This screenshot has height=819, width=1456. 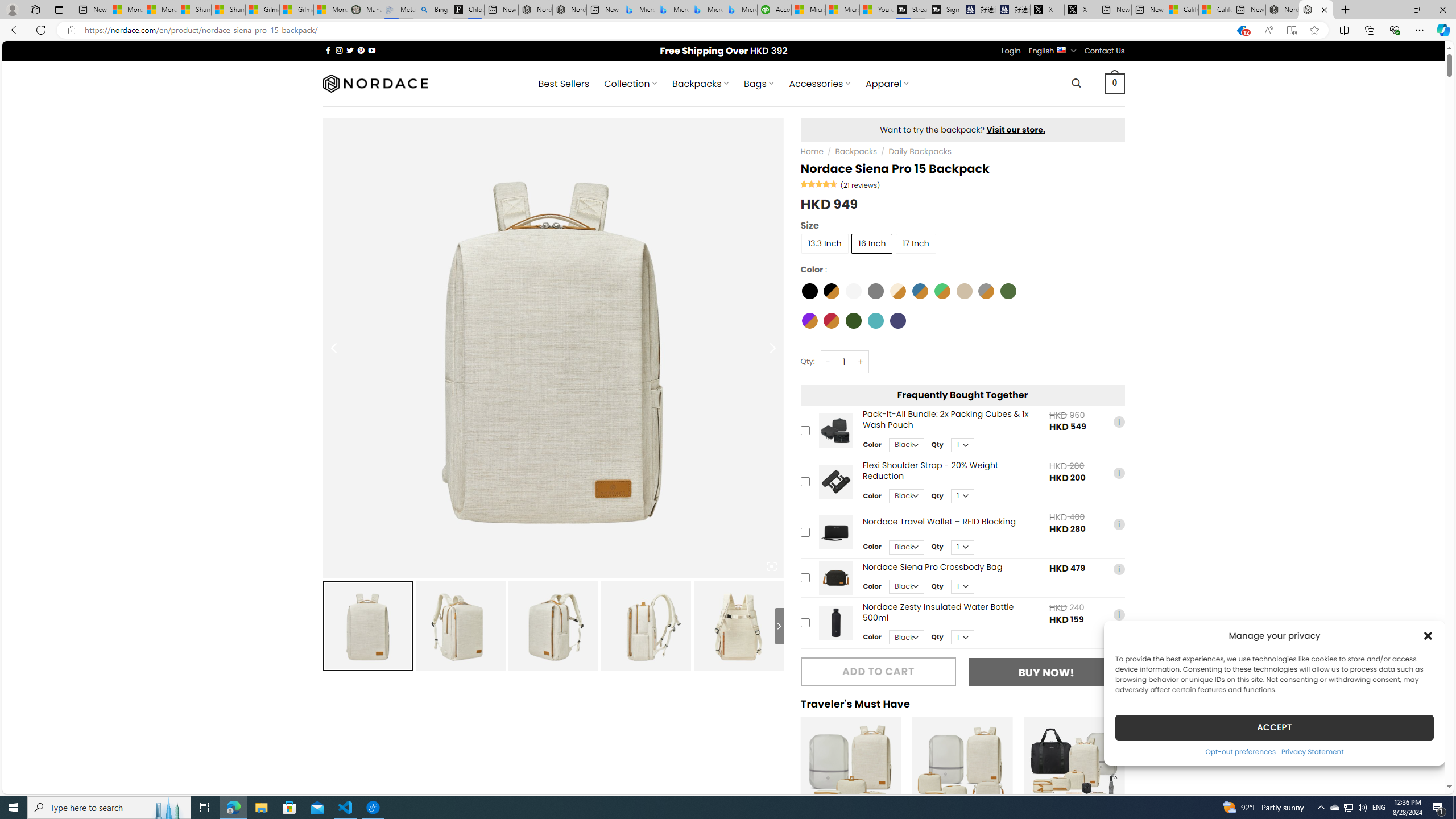 I want to click on 'Backpacks', so click(x=855, y=151).